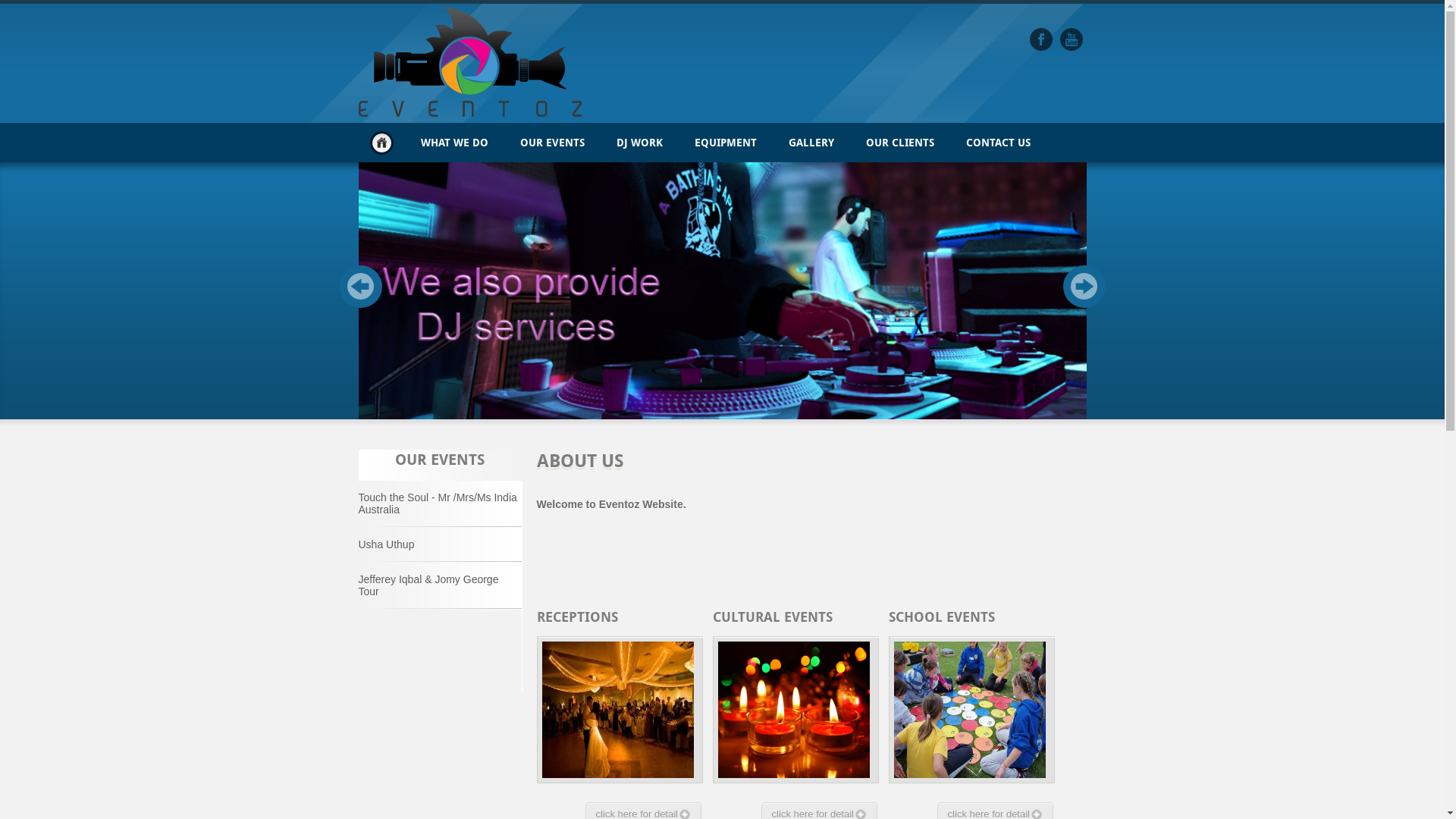 Image resolution: width=1456 pixels, height=819 pixels. What do you see at coordinates (899, 143) in the screenshot?
I see `'OUR CLIENTS'` at bounding box center [899, 143].